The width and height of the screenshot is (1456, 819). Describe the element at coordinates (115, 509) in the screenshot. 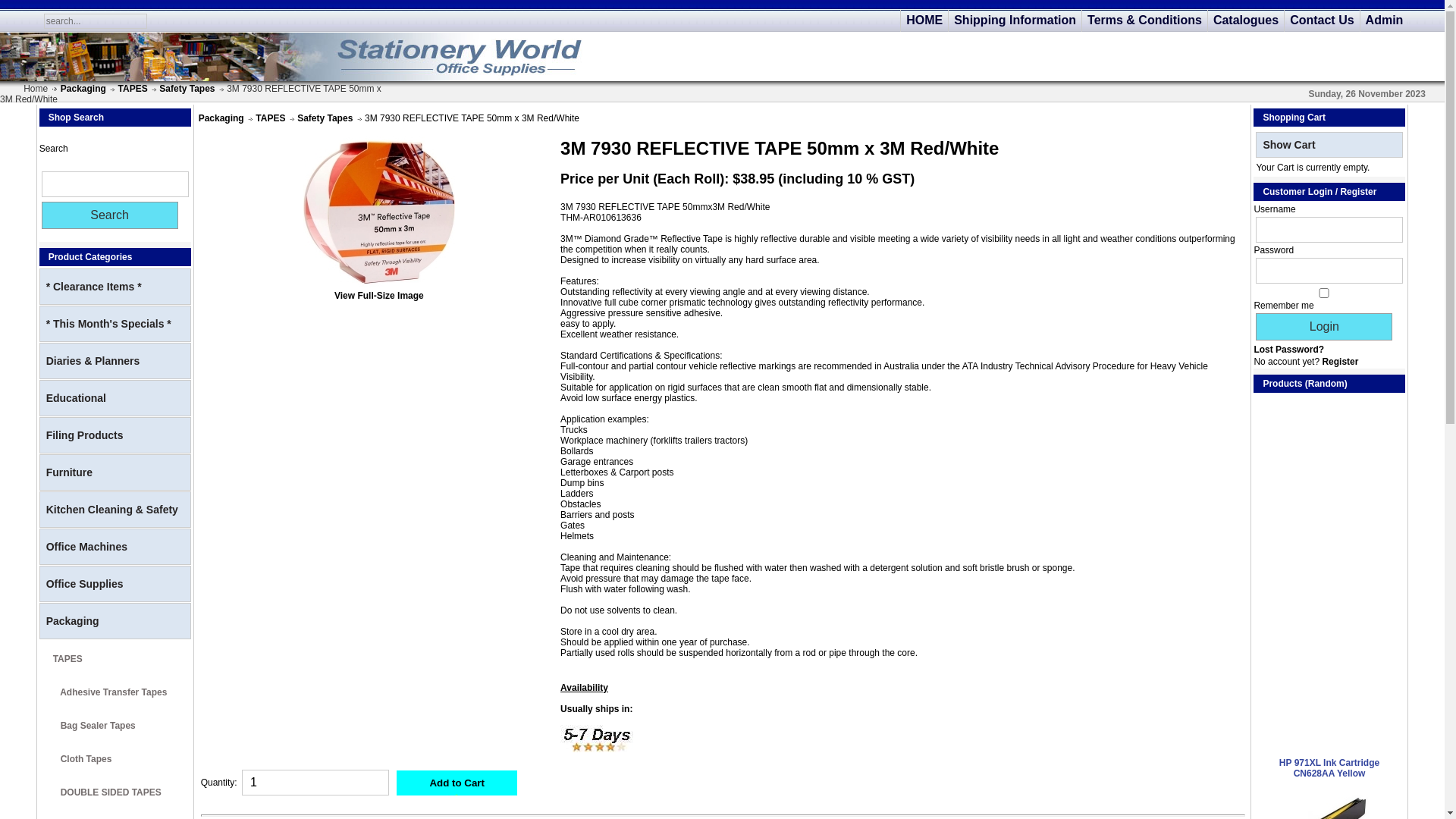

I see `'Kitchen Cleaning & Safety'` at that location.